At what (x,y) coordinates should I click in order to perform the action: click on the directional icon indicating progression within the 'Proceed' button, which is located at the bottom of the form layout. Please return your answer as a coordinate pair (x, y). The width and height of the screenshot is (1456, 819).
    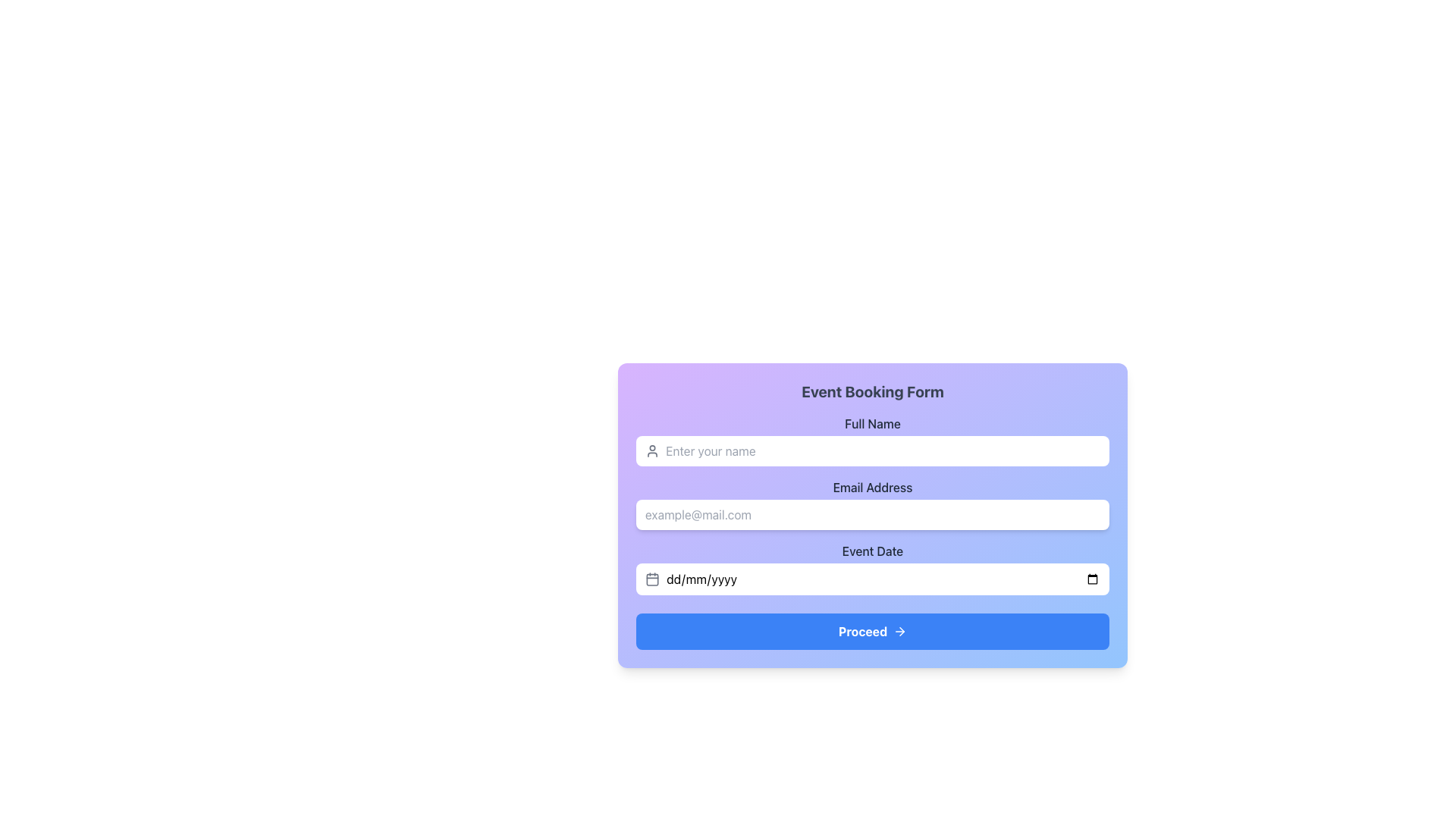
    Looking at the image, I should click on (900, 632).